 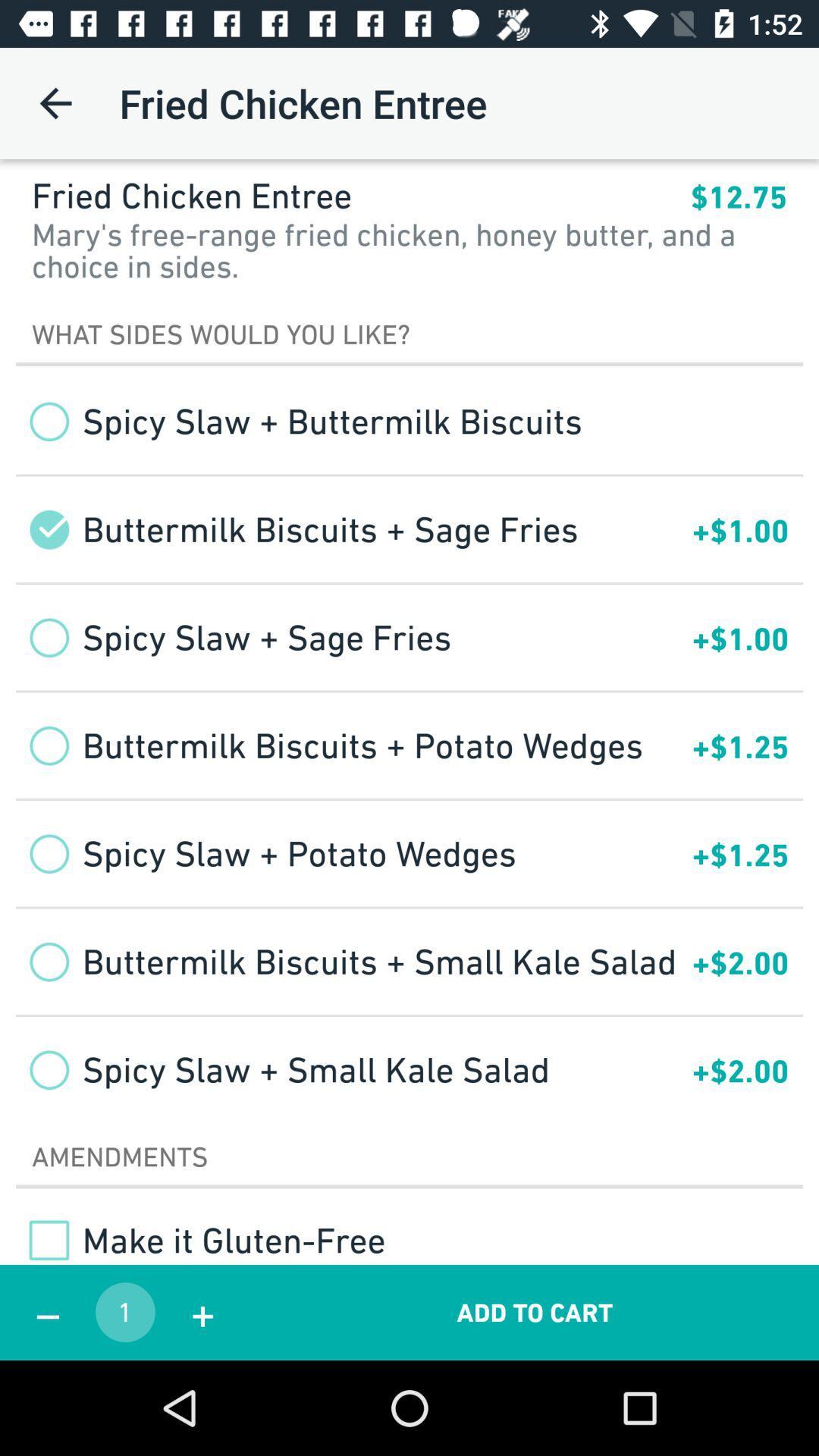 What do you see at coordinates (202, 1312) in the screenshot?
I see `icon to the left of the add to cart item` at bounding box center [202, 1312].